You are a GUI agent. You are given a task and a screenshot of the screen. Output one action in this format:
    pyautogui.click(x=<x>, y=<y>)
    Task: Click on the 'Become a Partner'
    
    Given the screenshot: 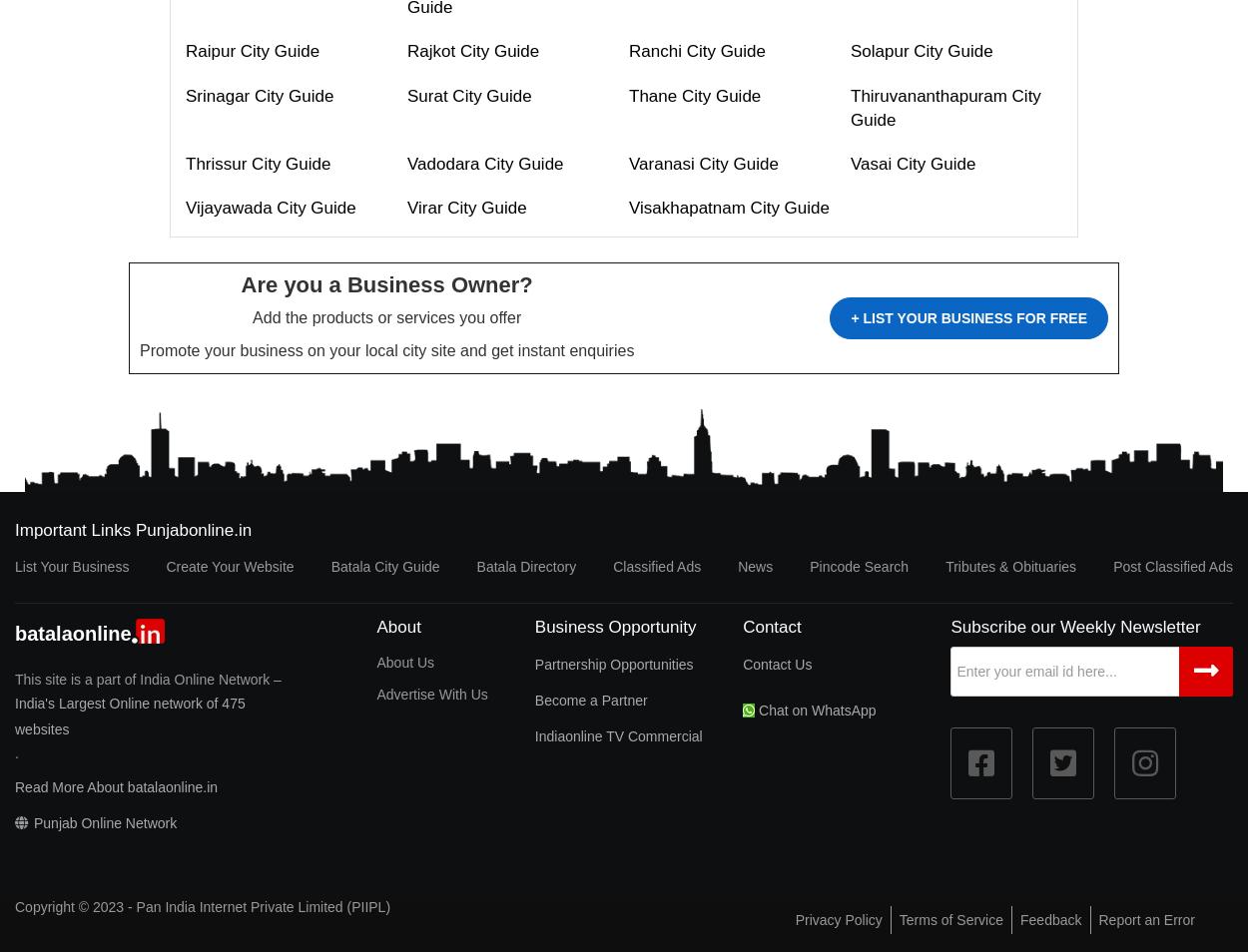 What is the action you would take?
    pyautogui.click(x=589, y=699)
    